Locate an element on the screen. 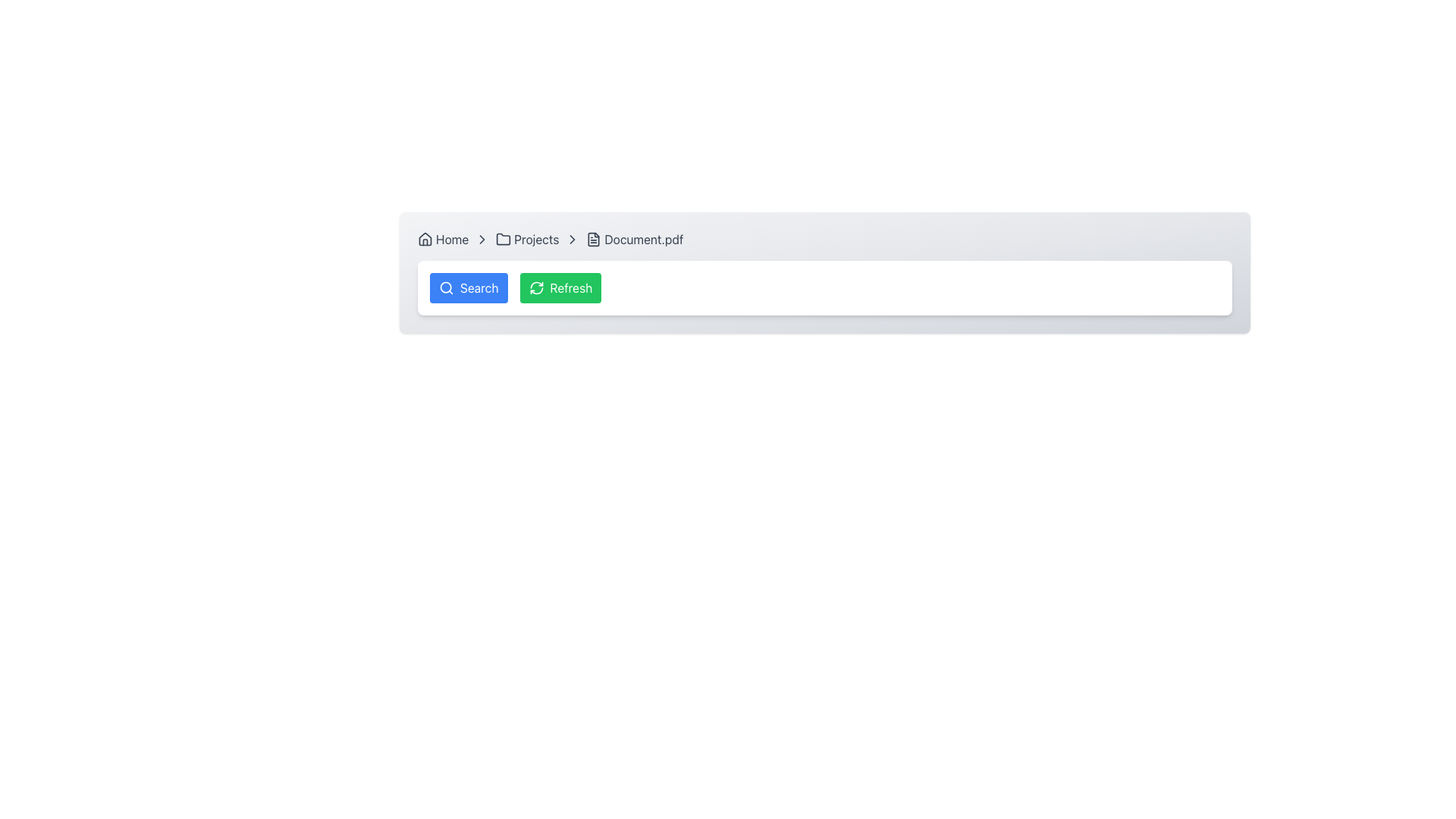 Image resolution: width=1456 pixels, height=819 pixels. the chevron icon in the breadcrumb navigation bar that separates 'Home' and 'Projects' is located at coordinates (482, 239).